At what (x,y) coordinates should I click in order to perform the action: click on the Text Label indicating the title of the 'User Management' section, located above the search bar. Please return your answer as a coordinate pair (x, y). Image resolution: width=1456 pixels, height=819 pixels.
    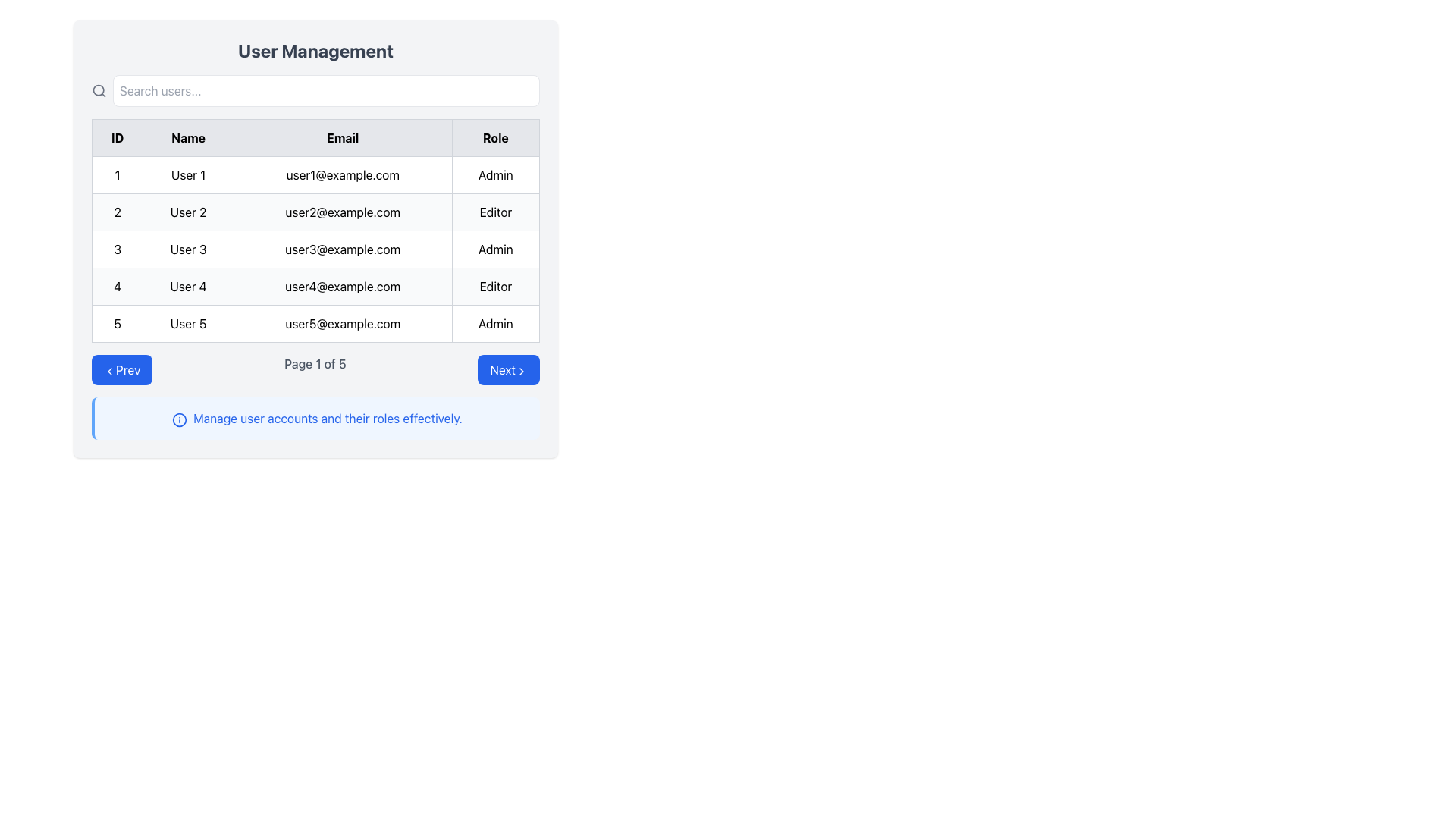
    Looking at the image, I should click on (315, 49).